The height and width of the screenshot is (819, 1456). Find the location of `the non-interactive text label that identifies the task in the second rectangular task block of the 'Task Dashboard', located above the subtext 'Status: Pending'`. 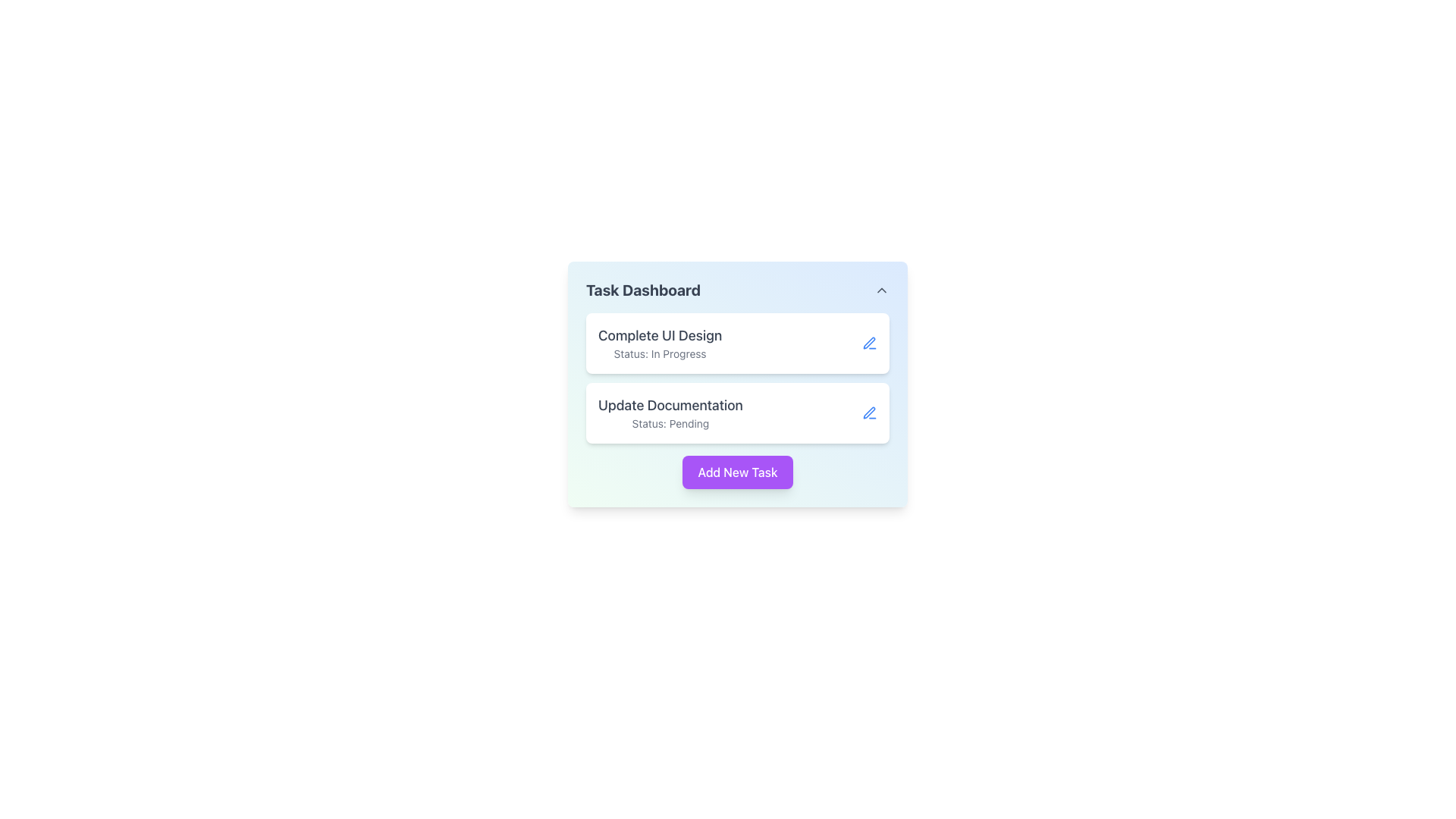

the non-interactive text label that identifies the task in the second rectangular task block of the 'Task Dashboard', located above the subtext 'Status: Pending' is located at coordinates (670, 405).